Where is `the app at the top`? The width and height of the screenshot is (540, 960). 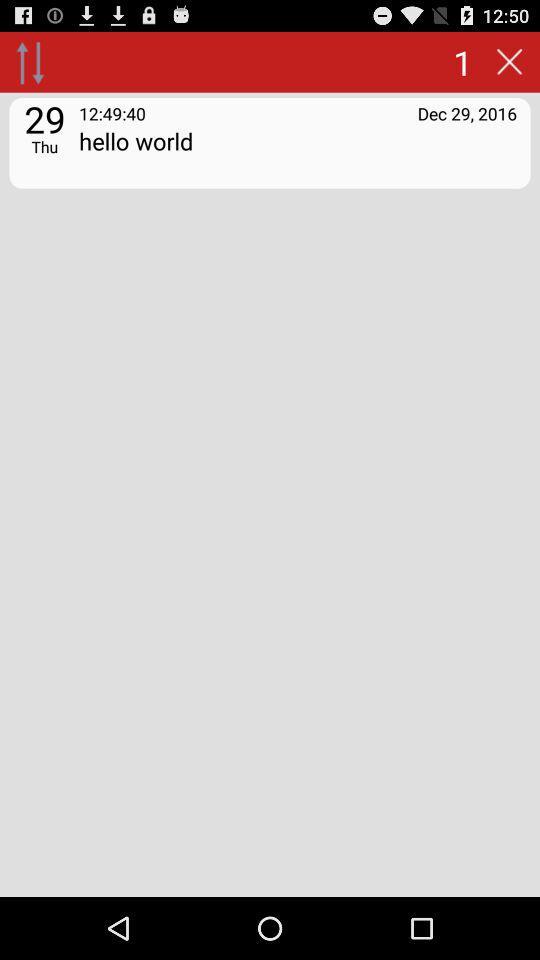
the app at the top is located at coordinates (297, 153).